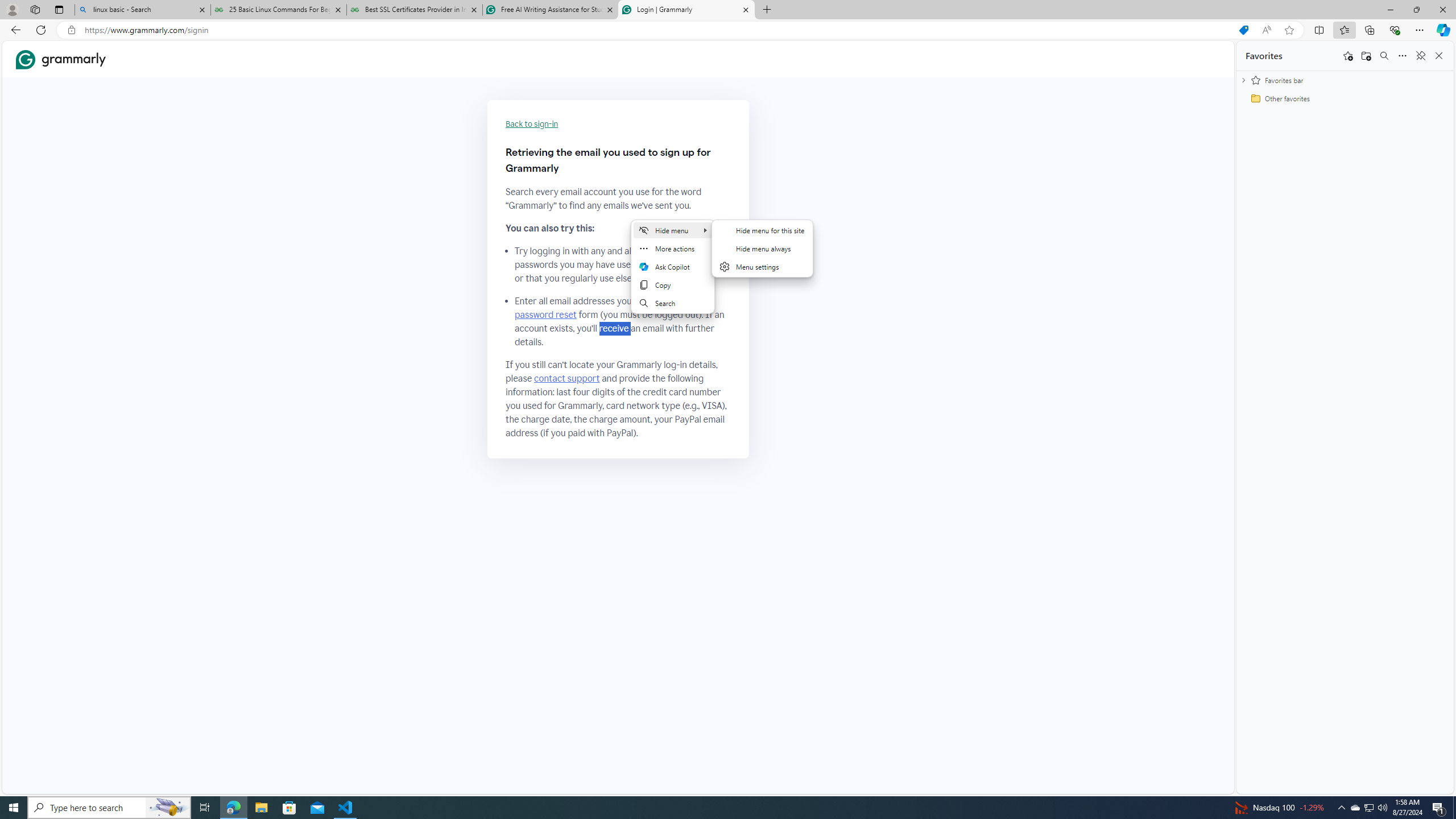 The height and width of the screenshot is (819, 1456). Describe the element at coordinates (531, 124) in the screenshot. I see `'Back to sign-in'` at that location.